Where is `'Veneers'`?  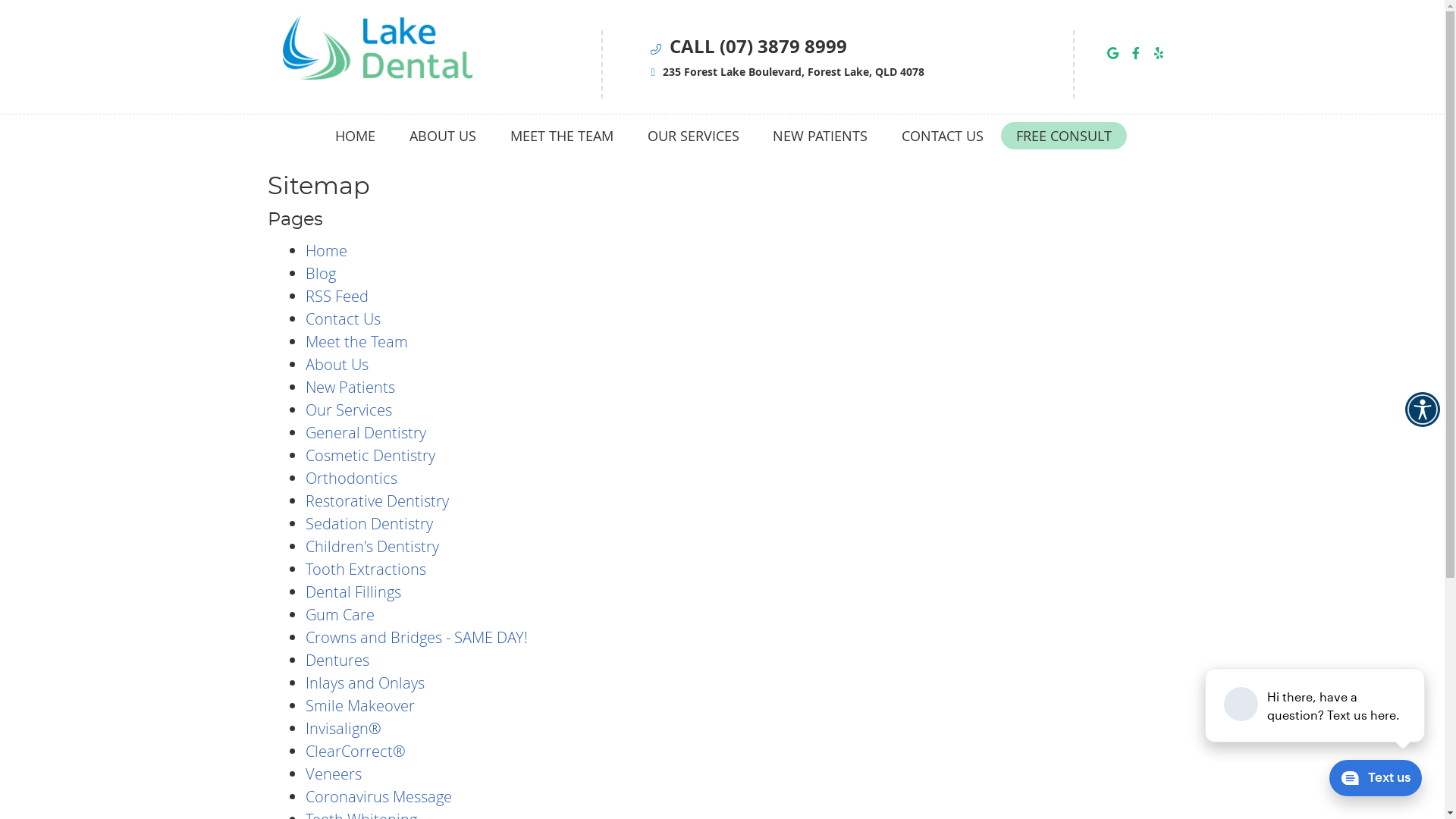 'Veneers' is located at coordinates (331, 773).